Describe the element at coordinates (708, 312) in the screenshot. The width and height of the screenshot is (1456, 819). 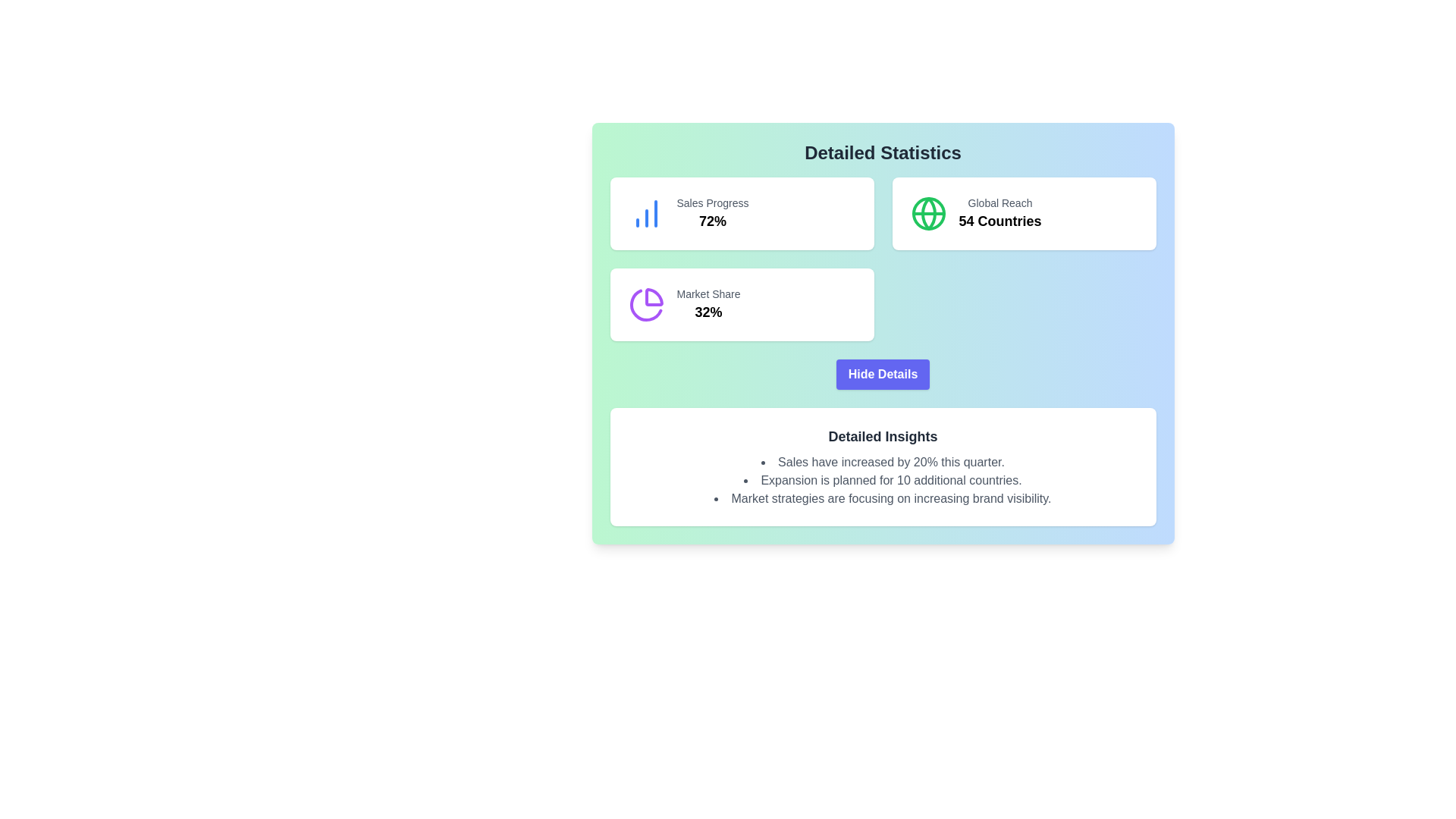
I see `the informational text label displaying the percentage value related to 'Market Share', located below the 'Market Share' text in the lower-left quadrant of the interface` at that location.